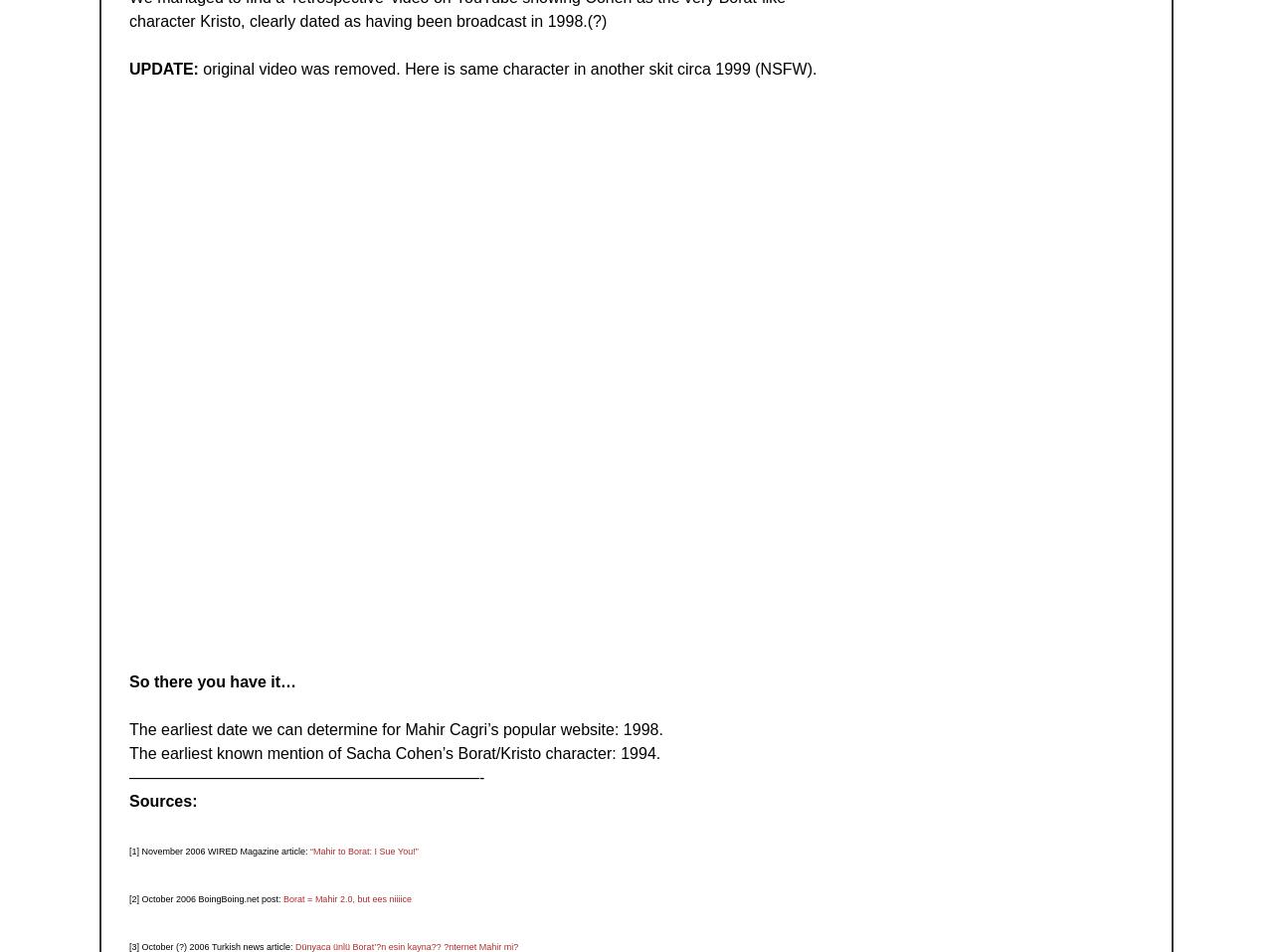  Describe the element at coordinates (212, 945) in the screenshot. I see `'[3] October (?) 2006 Turkish news article:'` at that location.